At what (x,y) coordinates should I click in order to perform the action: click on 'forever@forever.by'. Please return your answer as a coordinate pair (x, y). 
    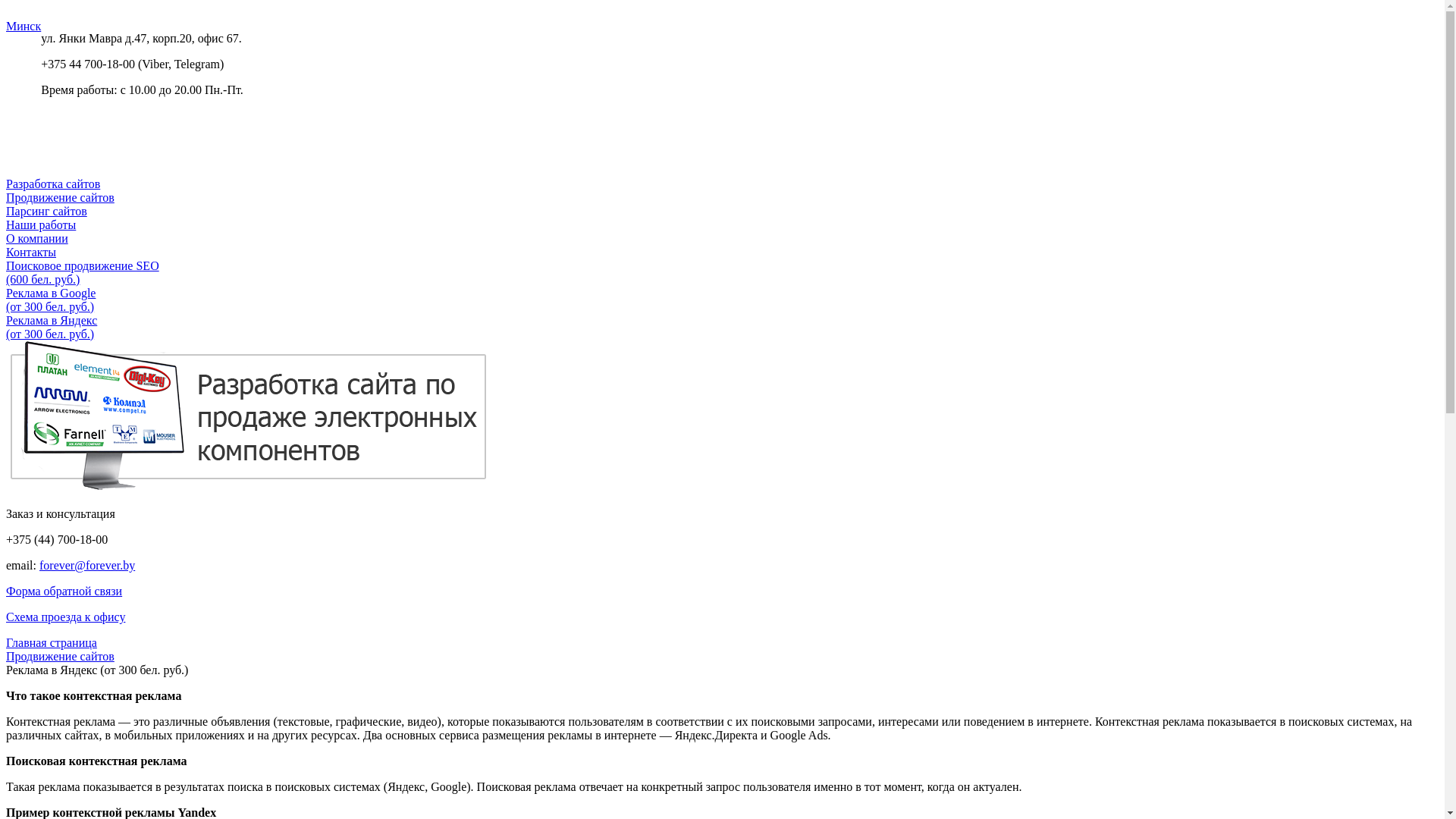
    Looking at the image, I should click on (86, 565).